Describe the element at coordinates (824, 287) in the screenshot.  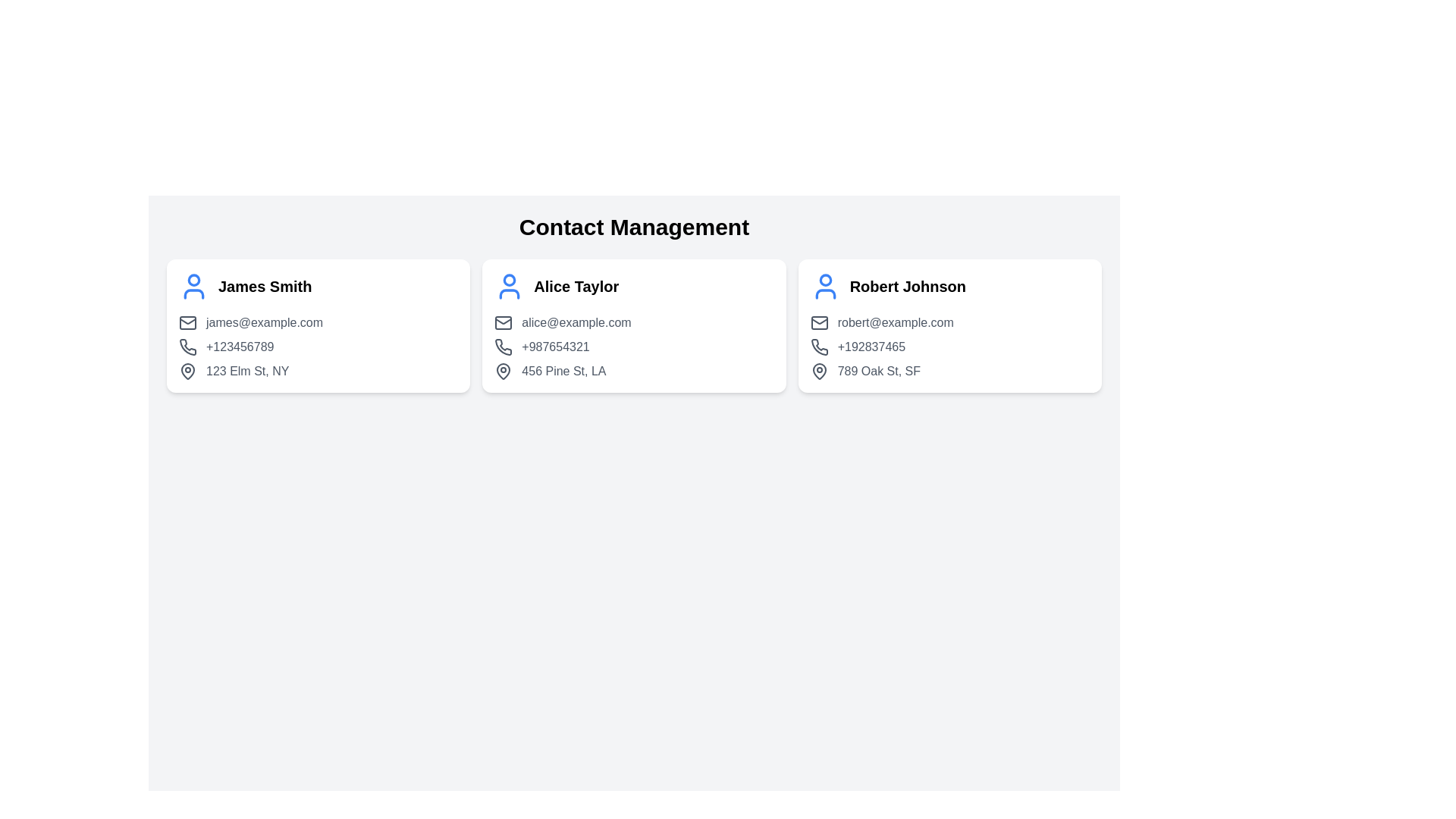
I see `the icon representing the individual associated with the contact card for 'Robert Johnson', located in the upper-left corner of the card` at that location.